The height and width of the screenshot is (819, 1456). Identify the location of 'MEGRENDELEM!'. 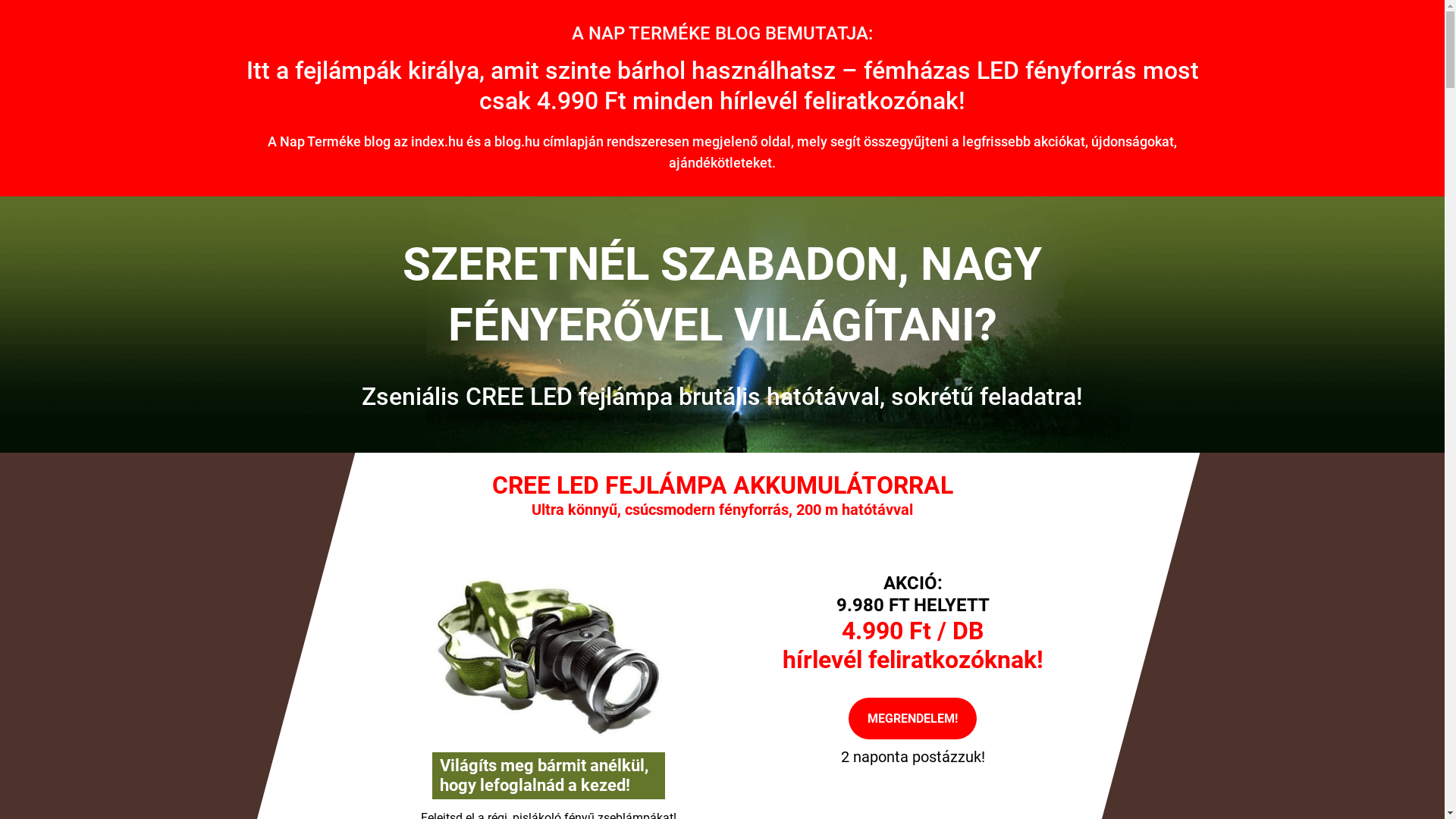
(912, 717).